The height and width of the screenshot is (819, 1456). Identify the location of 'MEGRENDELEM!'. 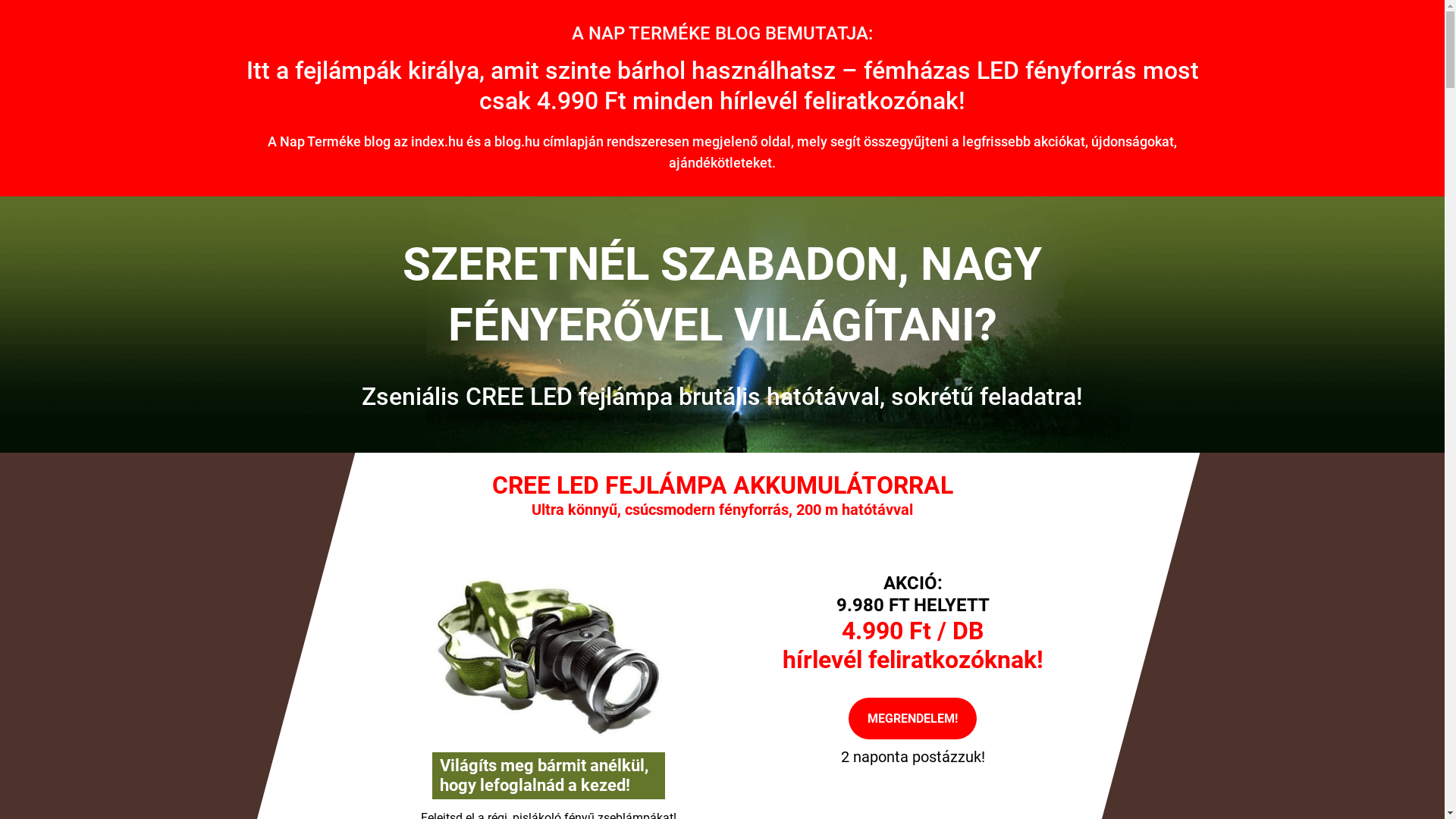
(912, 717).